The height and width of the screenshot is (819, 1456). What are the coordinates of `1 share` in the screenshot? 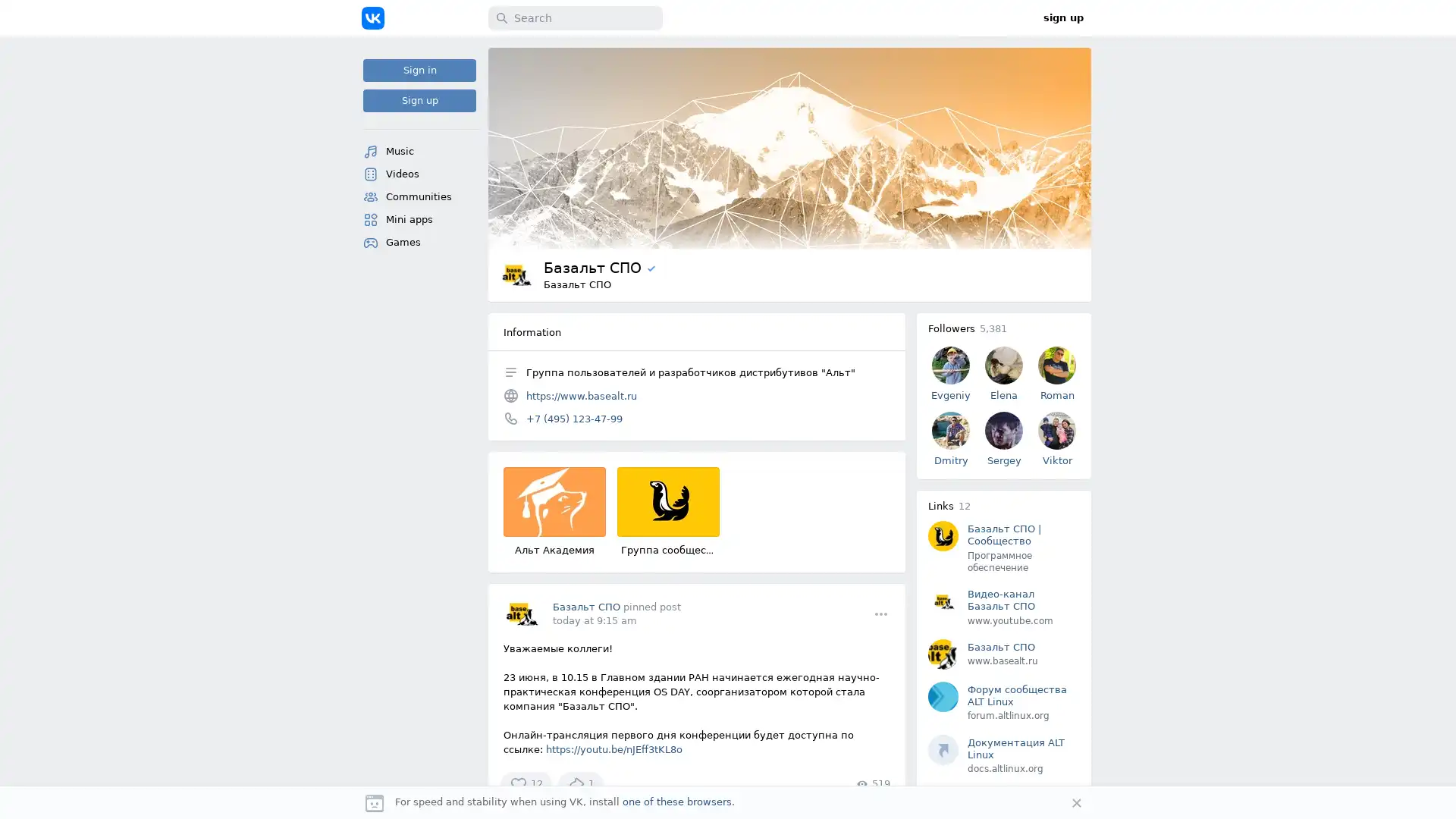 It's located at (580, 783).